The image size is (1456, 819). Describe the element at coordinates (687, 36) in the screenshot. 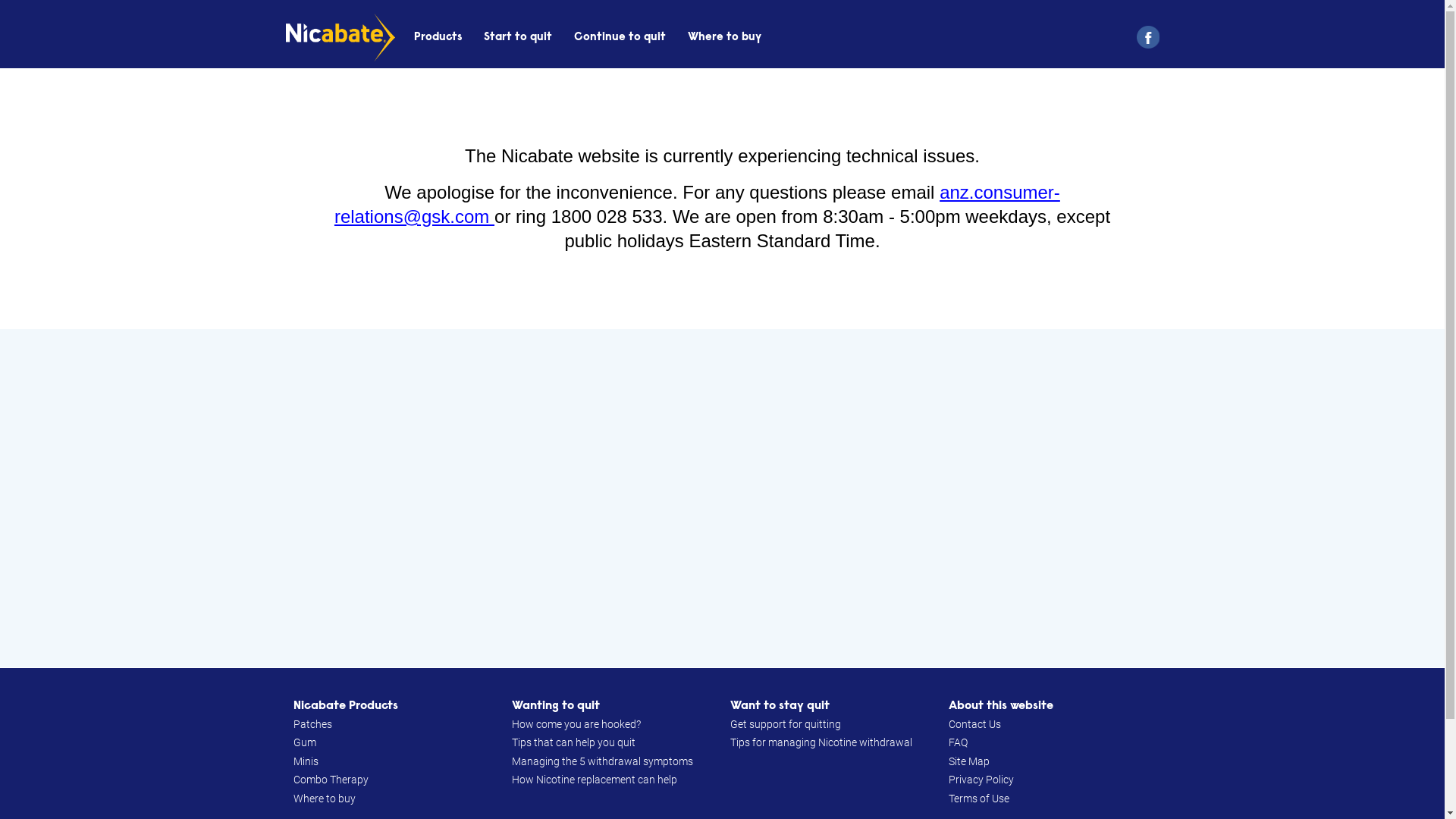

I see `'where to buy'` at that location.